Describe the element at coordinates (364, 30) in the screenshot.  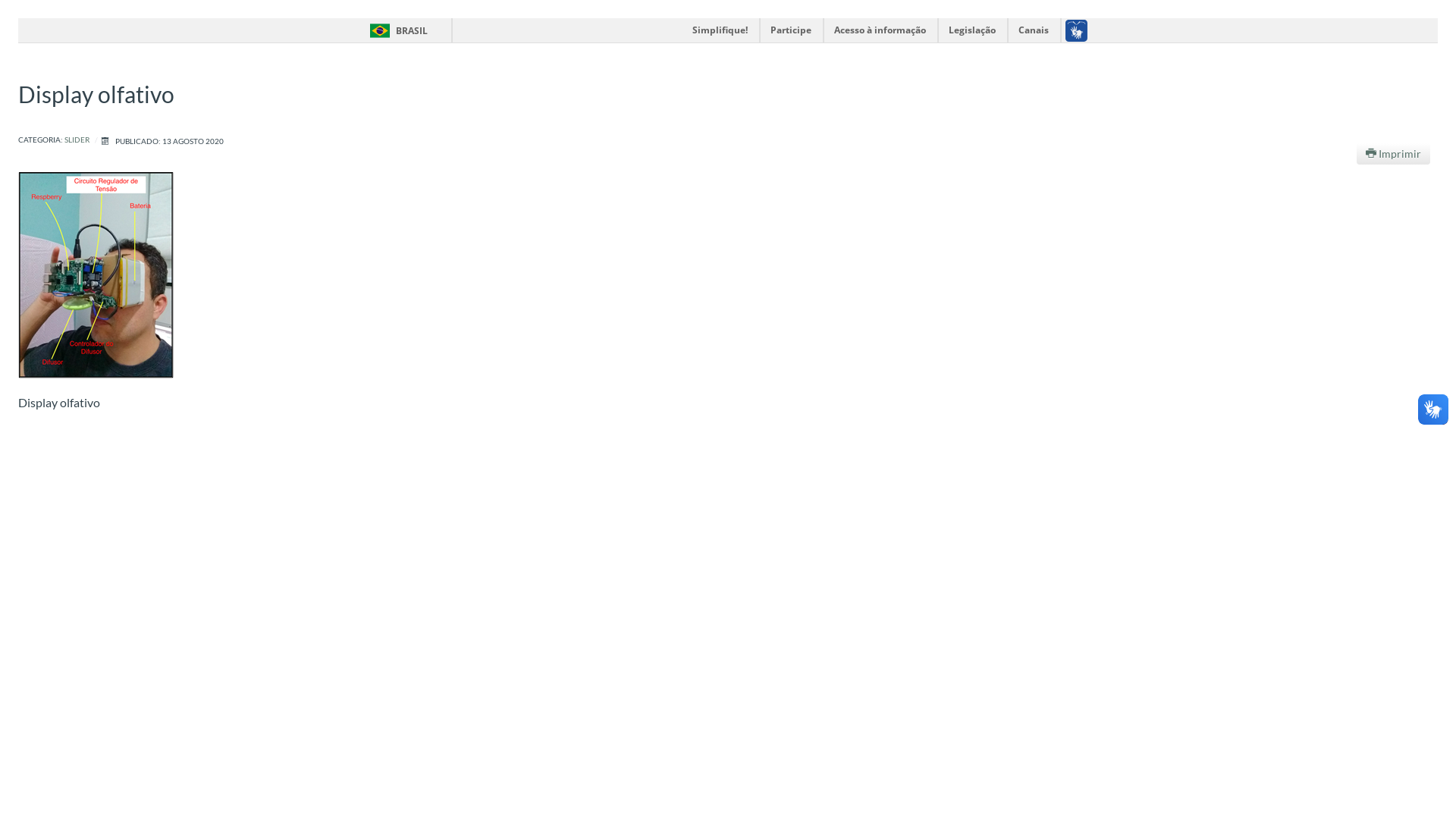
I see `'BRASIL'` at that location.